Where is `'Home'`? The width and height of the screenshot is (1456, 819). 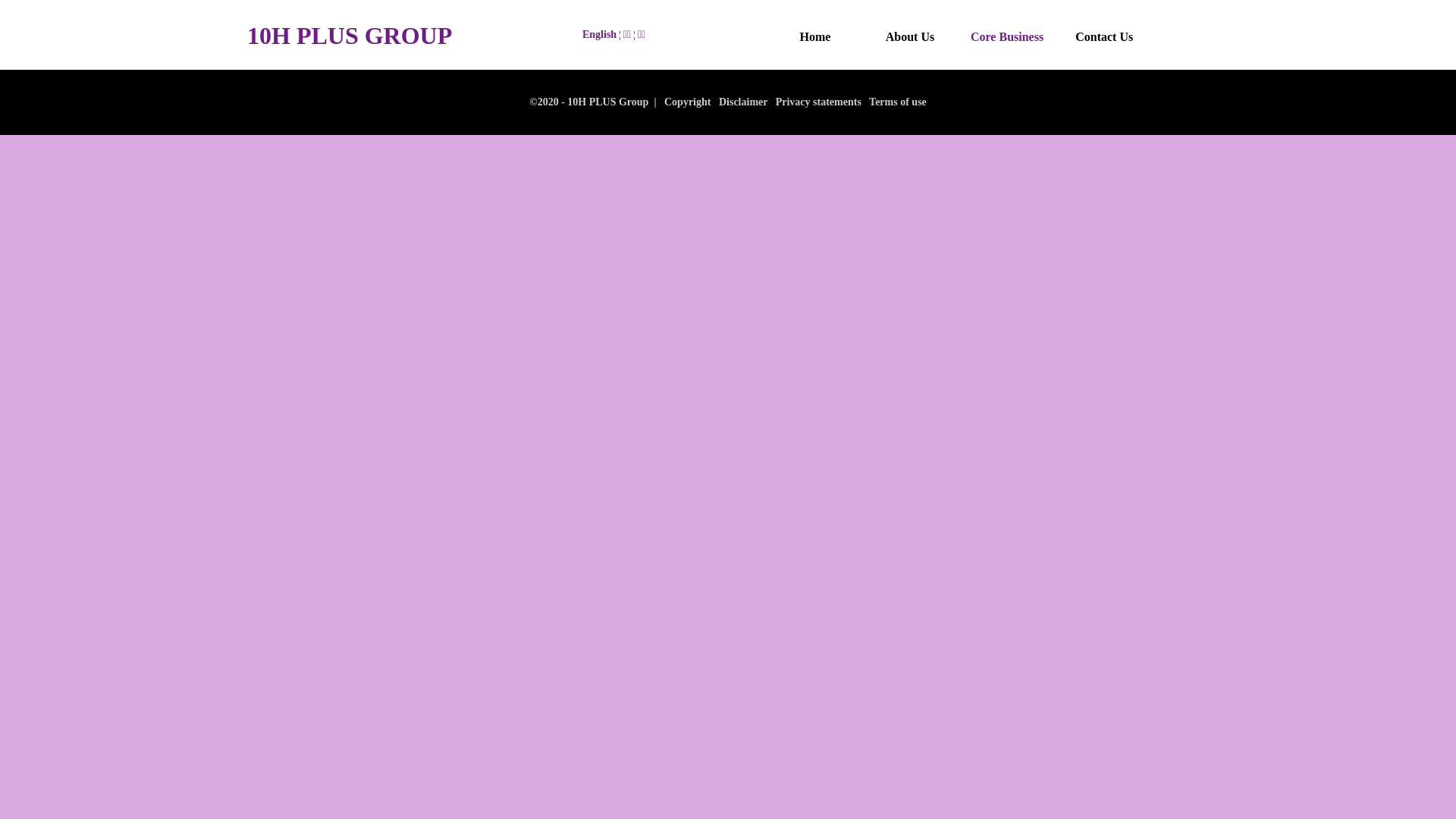 'Home' is located at coordinates (773, 36).